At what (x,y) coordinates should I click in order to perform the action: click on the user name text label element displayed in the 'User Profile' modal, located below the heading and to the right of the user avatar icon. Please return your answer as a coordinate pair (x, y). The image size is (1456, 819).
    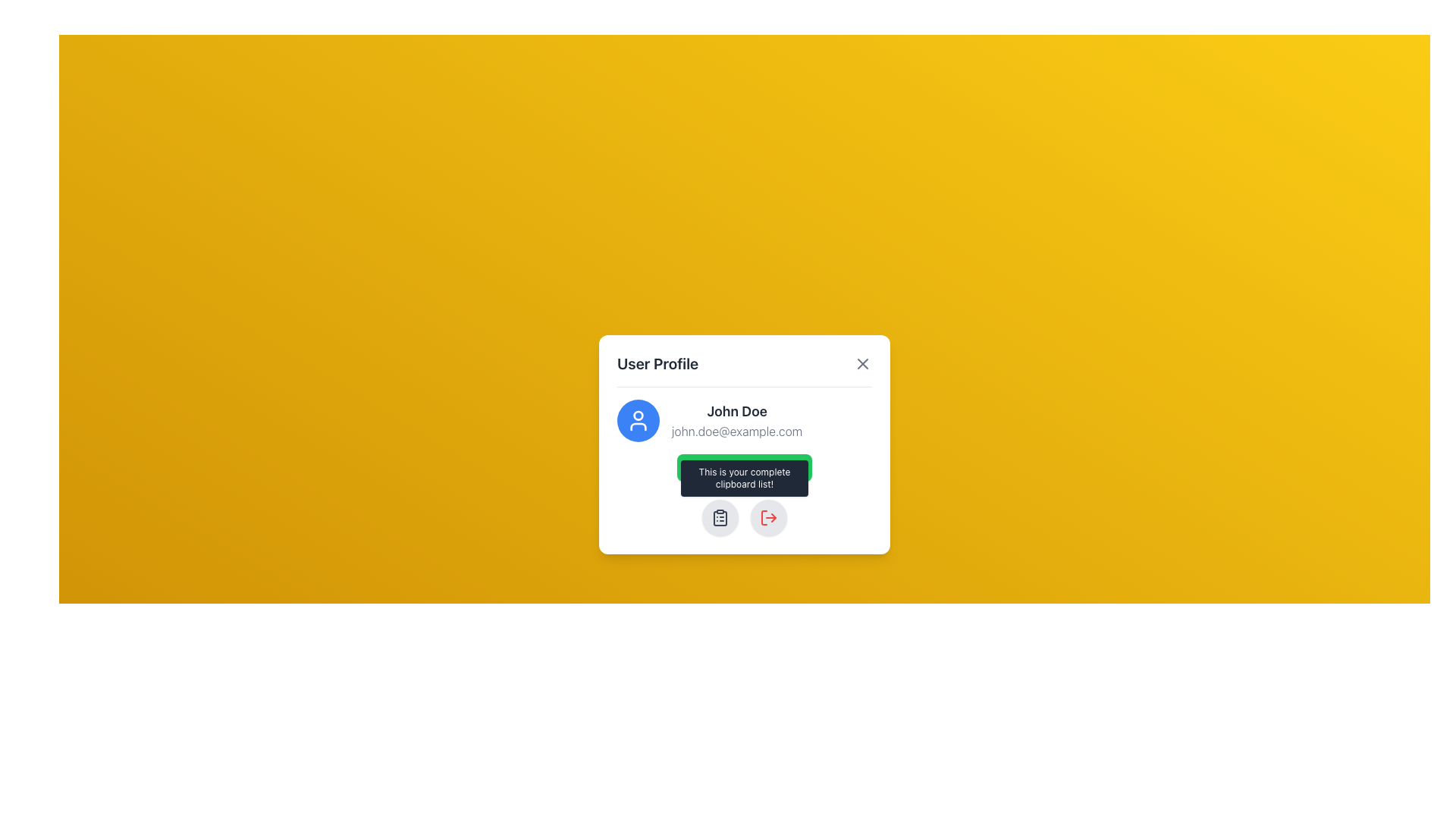
    Looking at the image, I should click on (737, 411).